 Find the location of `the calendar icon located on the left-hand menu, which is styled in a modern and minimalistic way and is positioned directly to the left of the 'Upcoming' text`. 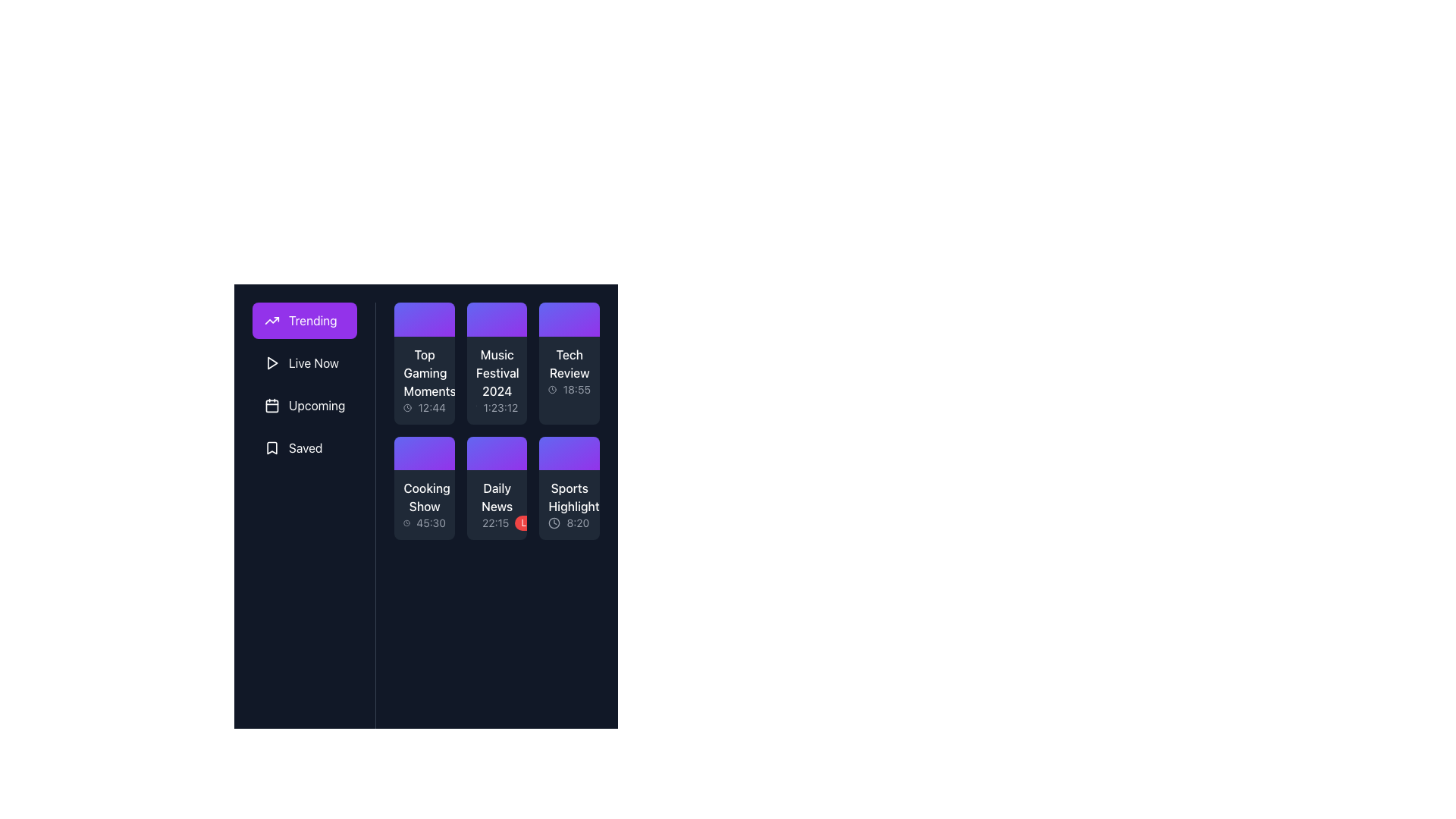

the calendar icon located on the left-hand menu, which is styled in a modern and minimalistic way and is positioned directly to the left of the 'Upcoming' text is located at coordinates (272, 405).